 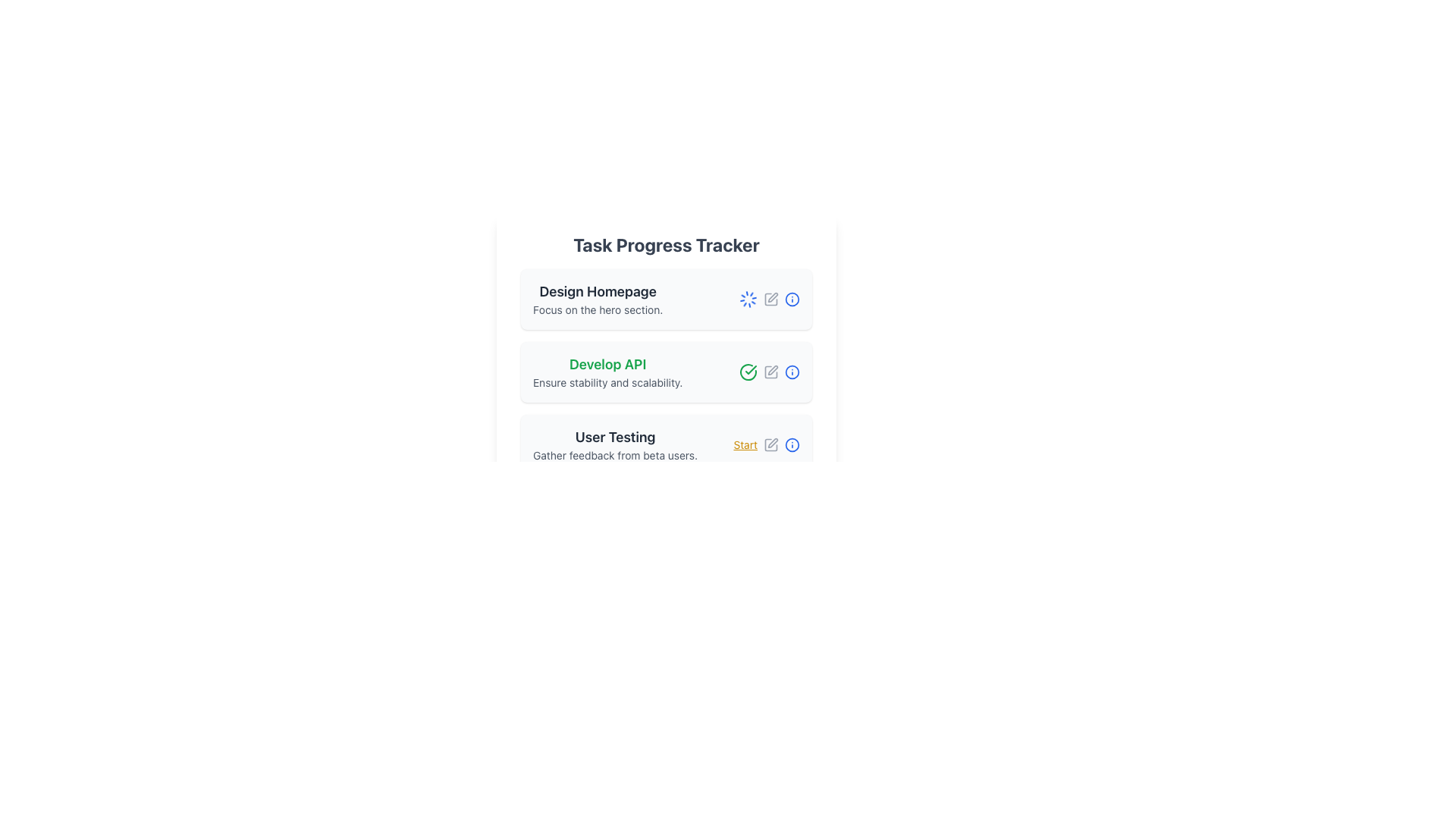 I want to click on the editing icon component located in the middle-right section of the 'Develop API' task card in the 'Task Progress Tracker' UI to initiate an action, so click(x=773, y=370).